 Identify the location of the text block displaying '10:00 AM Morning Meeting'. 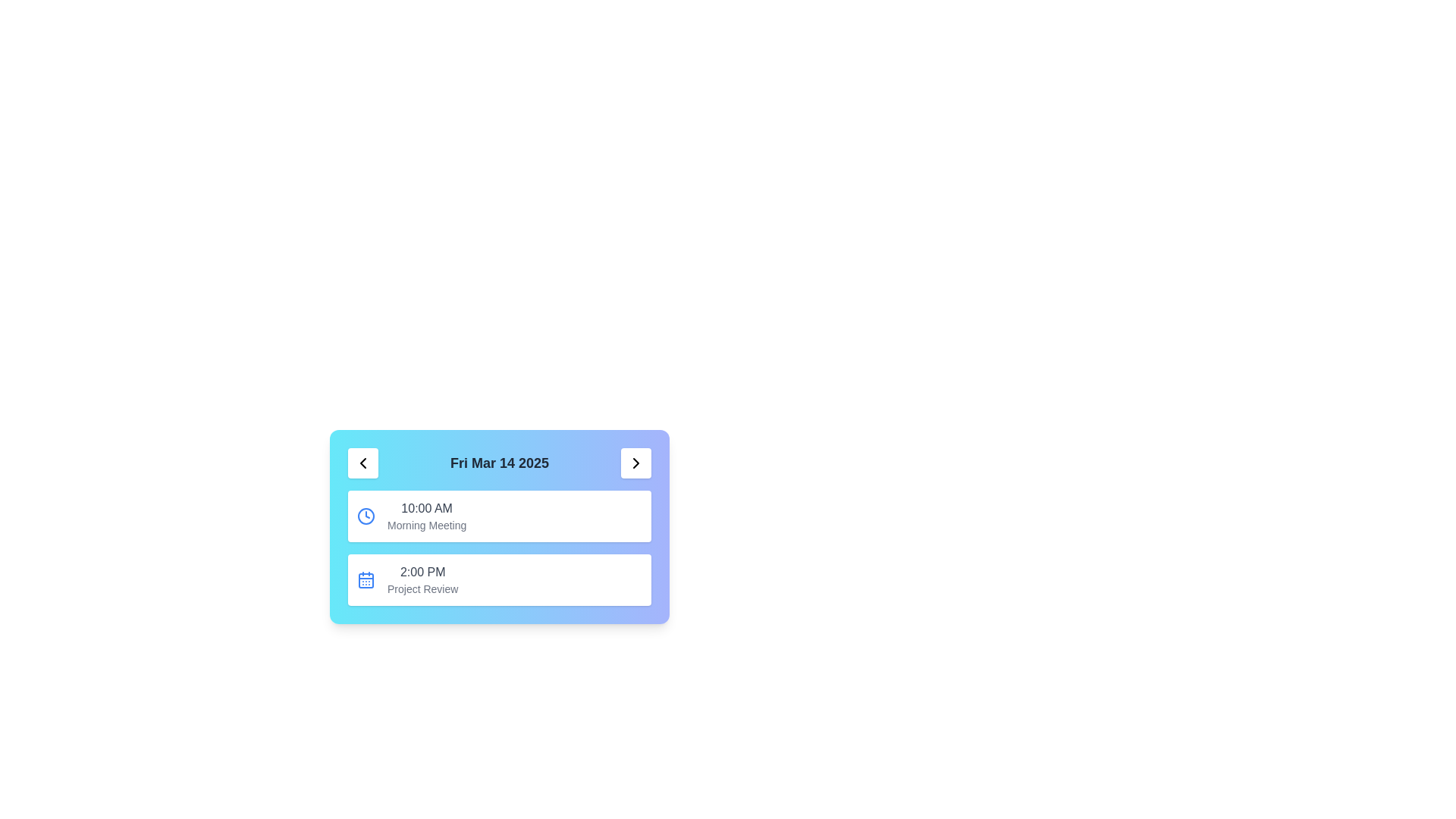
(426, 516).